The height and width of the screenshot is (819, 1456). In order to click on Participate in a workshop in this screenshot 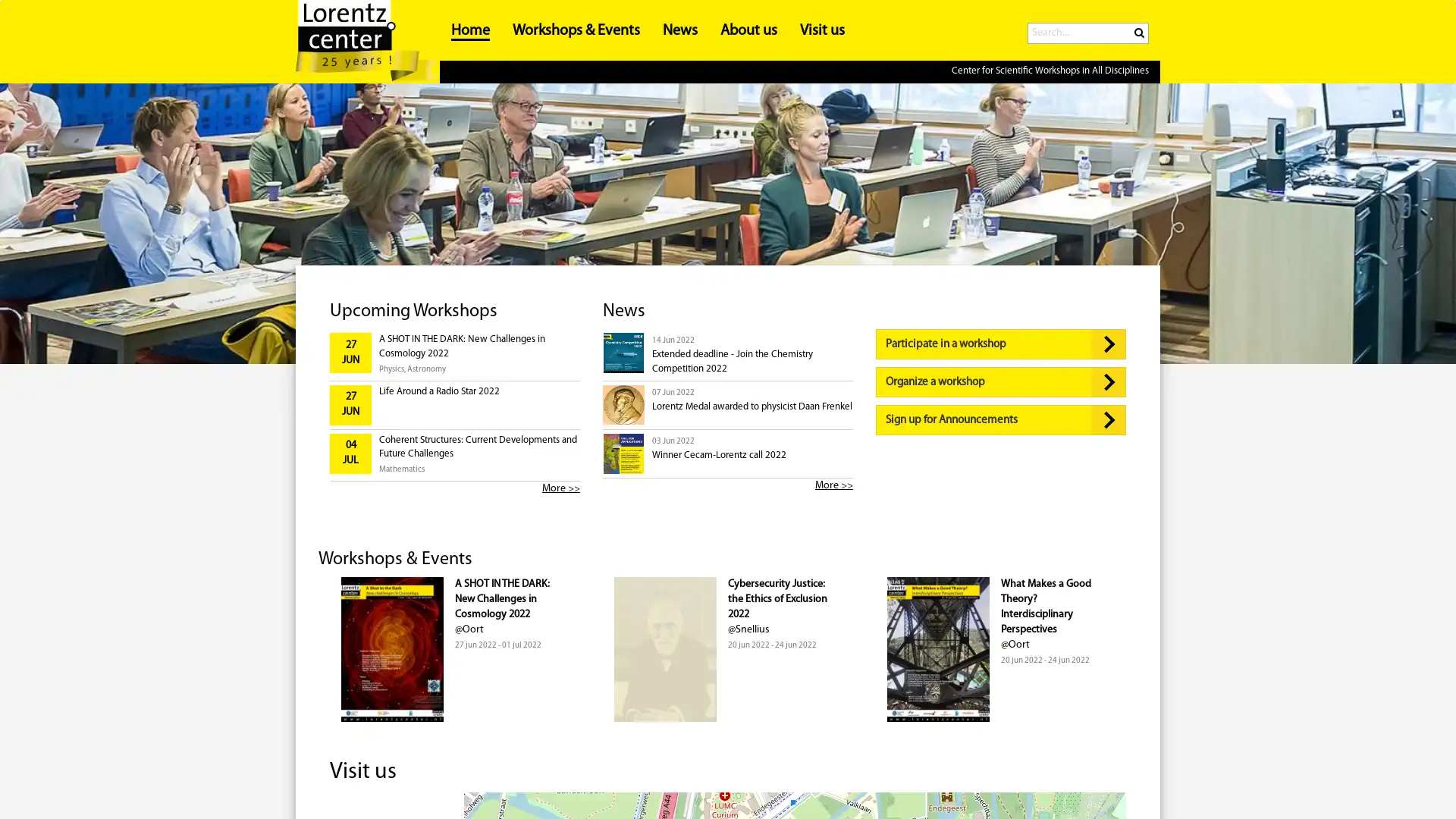, I will do `click(1001, 344)`.